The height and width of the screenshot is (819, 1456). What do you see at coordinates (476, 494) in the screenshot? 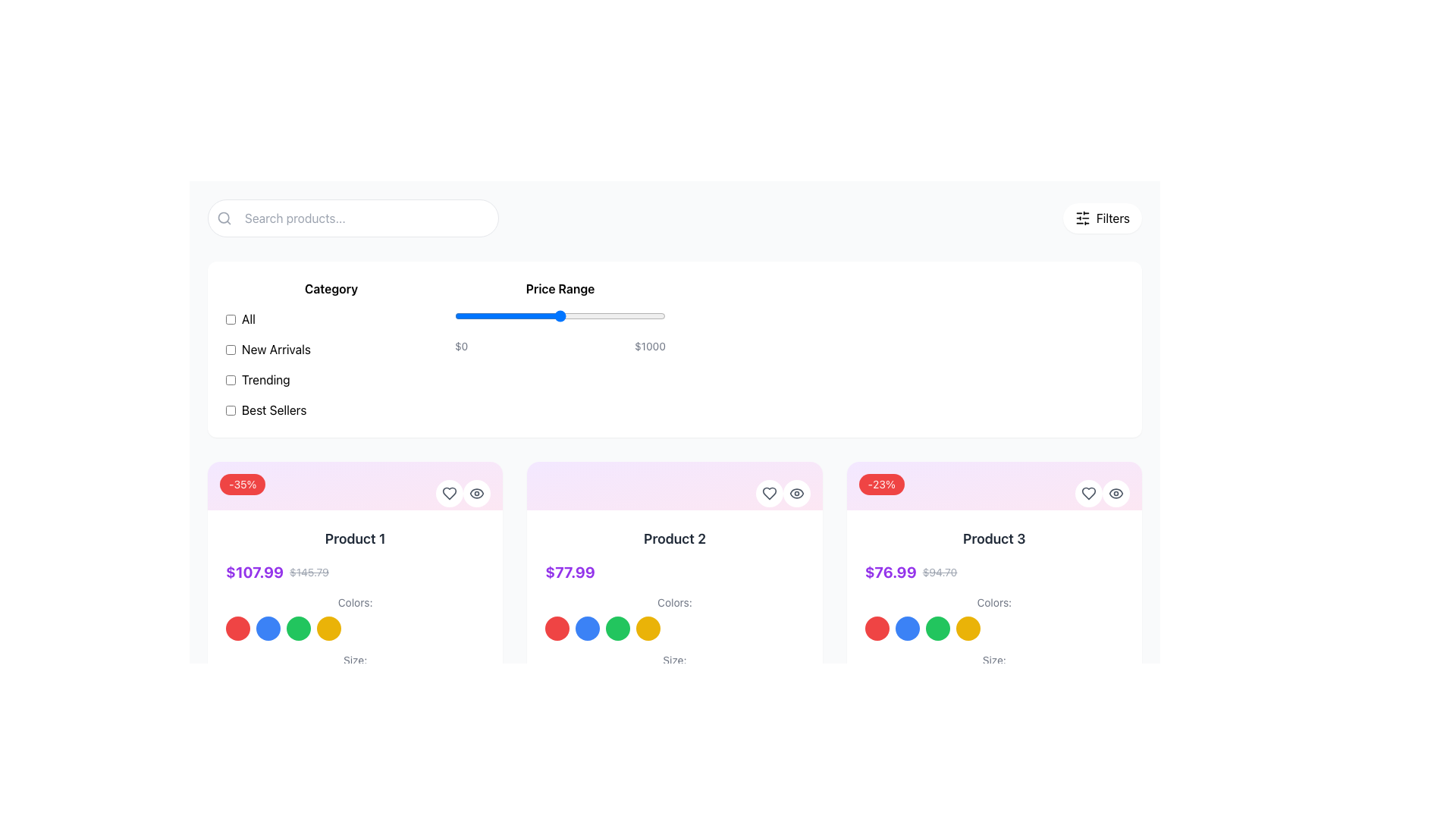
I see `the button for previewing product details for 'Product 1'` at bounding box center [476, 494].